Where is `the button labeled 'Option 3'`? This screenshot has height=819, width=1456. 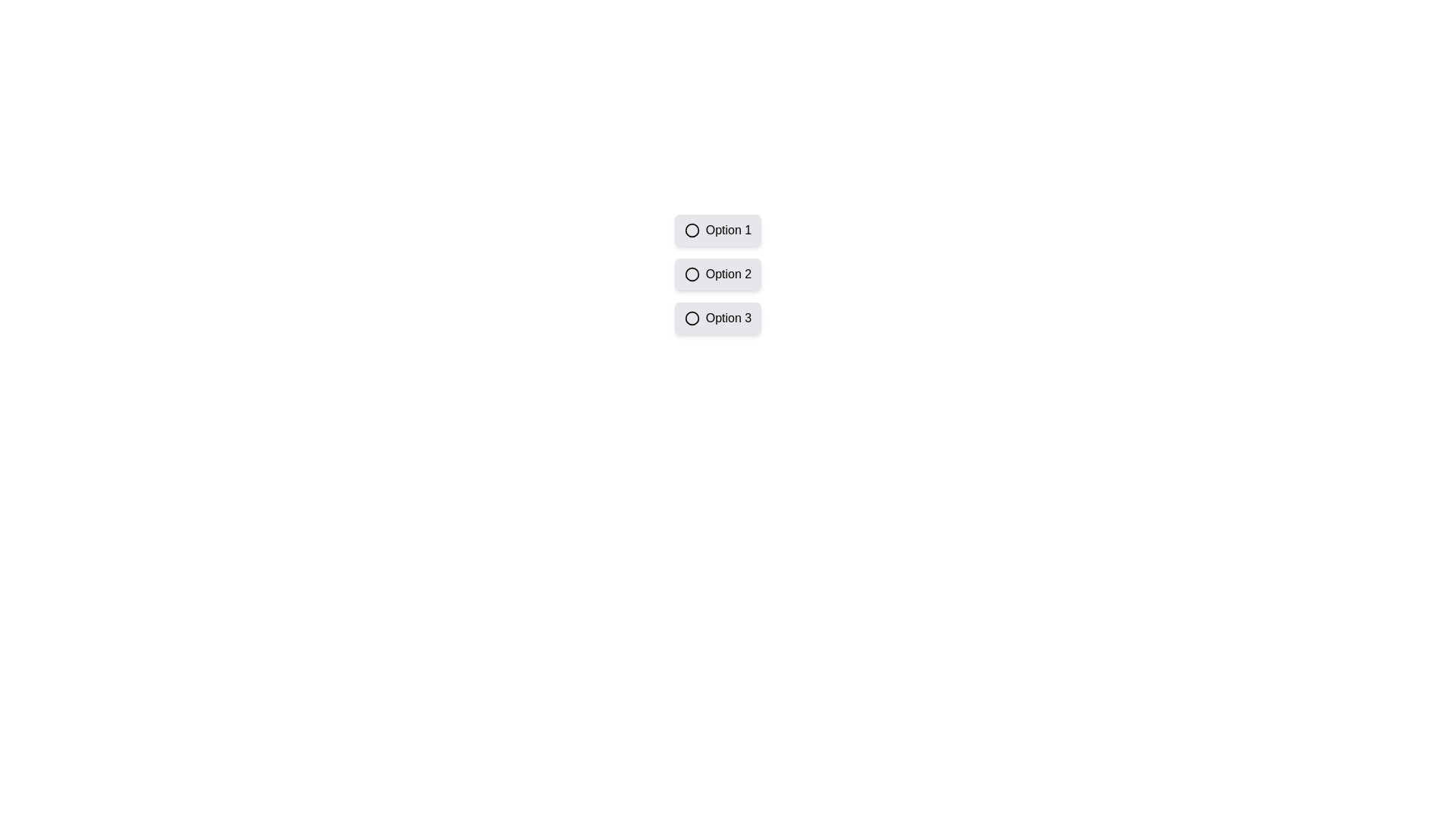
the button labeled 'Option 3' is located at coordinates (717, 318).